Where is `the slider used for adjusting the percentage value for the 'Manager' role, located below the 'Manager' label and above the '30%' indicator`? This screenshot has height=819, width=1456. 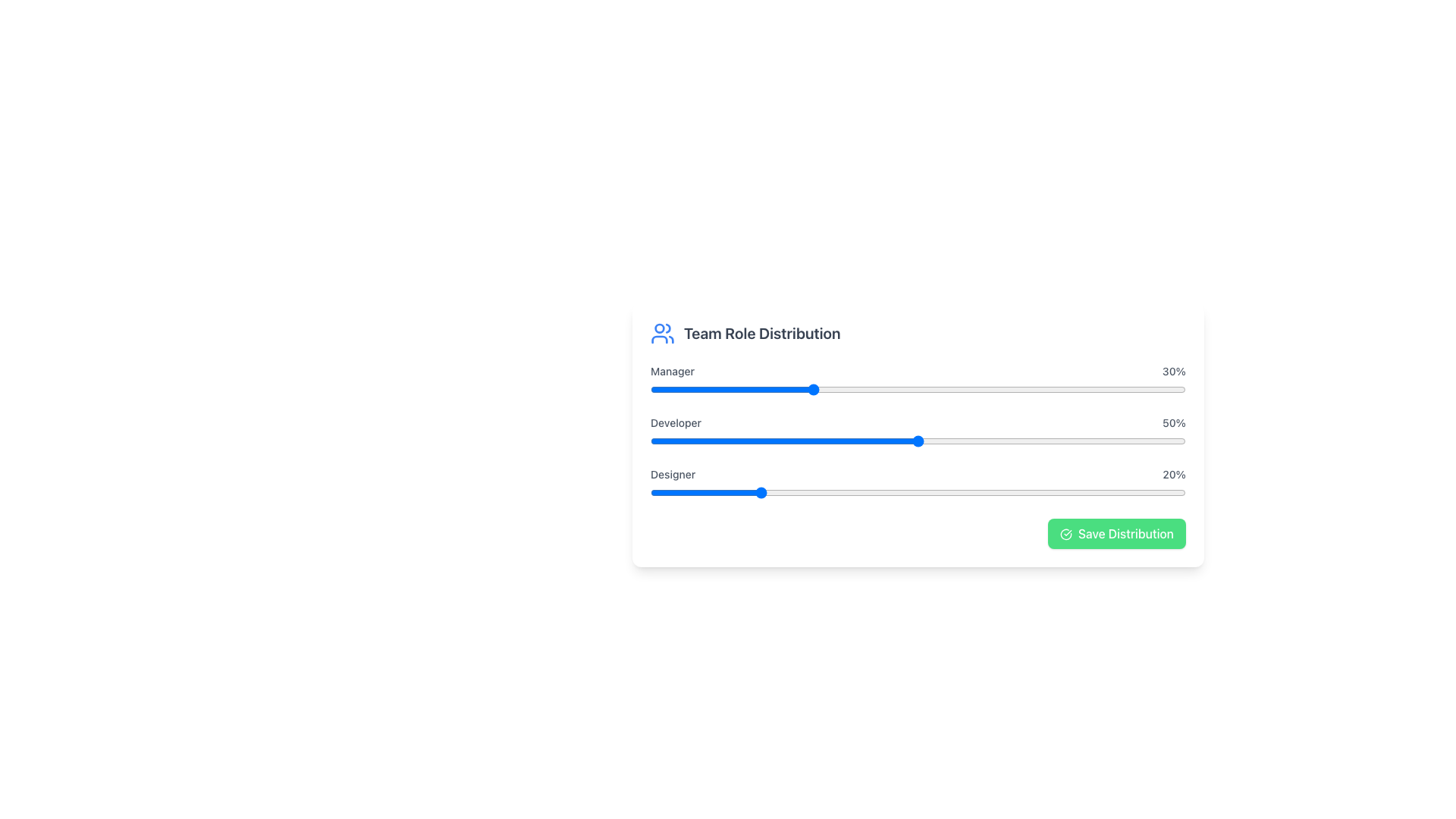 the slider used for adjusting the percentage value for the 'Manager' role, located below the 'Manager' label and above the '30%' indicator is located at coordinates (917, 388).